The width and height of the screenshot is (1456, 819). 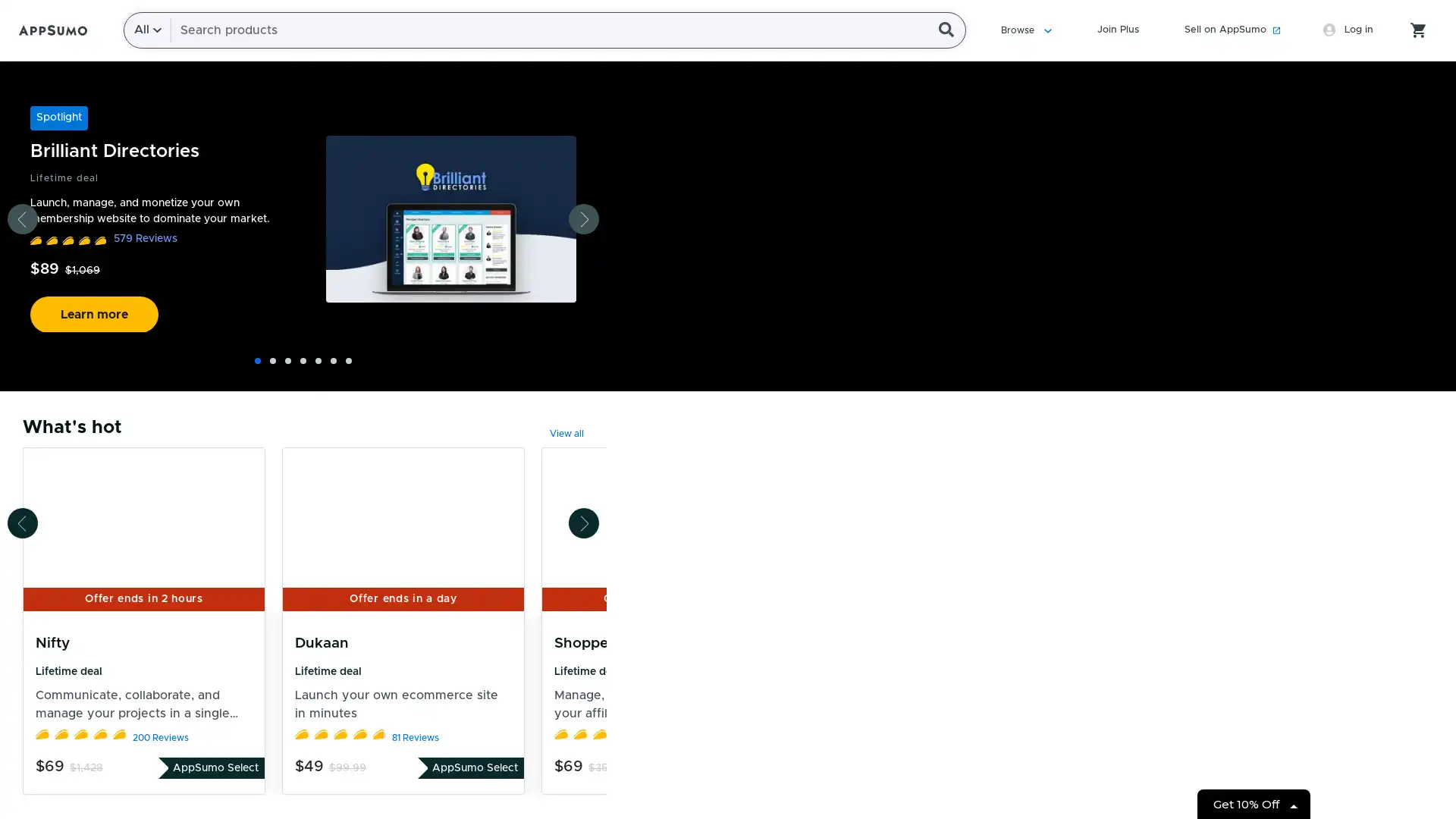 What do you see at coordinates (732, 368) in the screenshot?
I see `UNLOCK MY 10%` at bounding box center [732, 368].